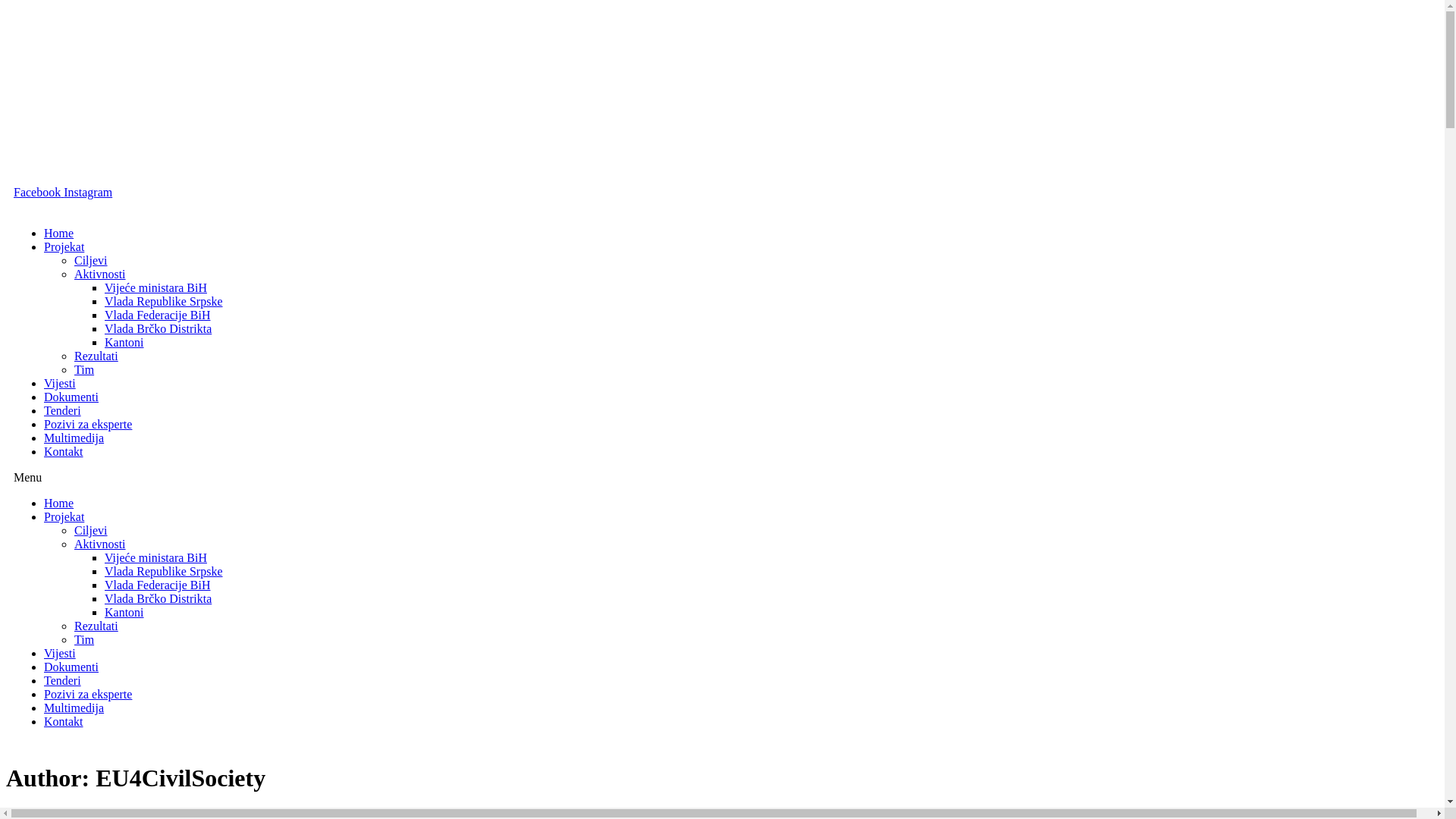  I want to click on 'Tim', so click(83, 369).